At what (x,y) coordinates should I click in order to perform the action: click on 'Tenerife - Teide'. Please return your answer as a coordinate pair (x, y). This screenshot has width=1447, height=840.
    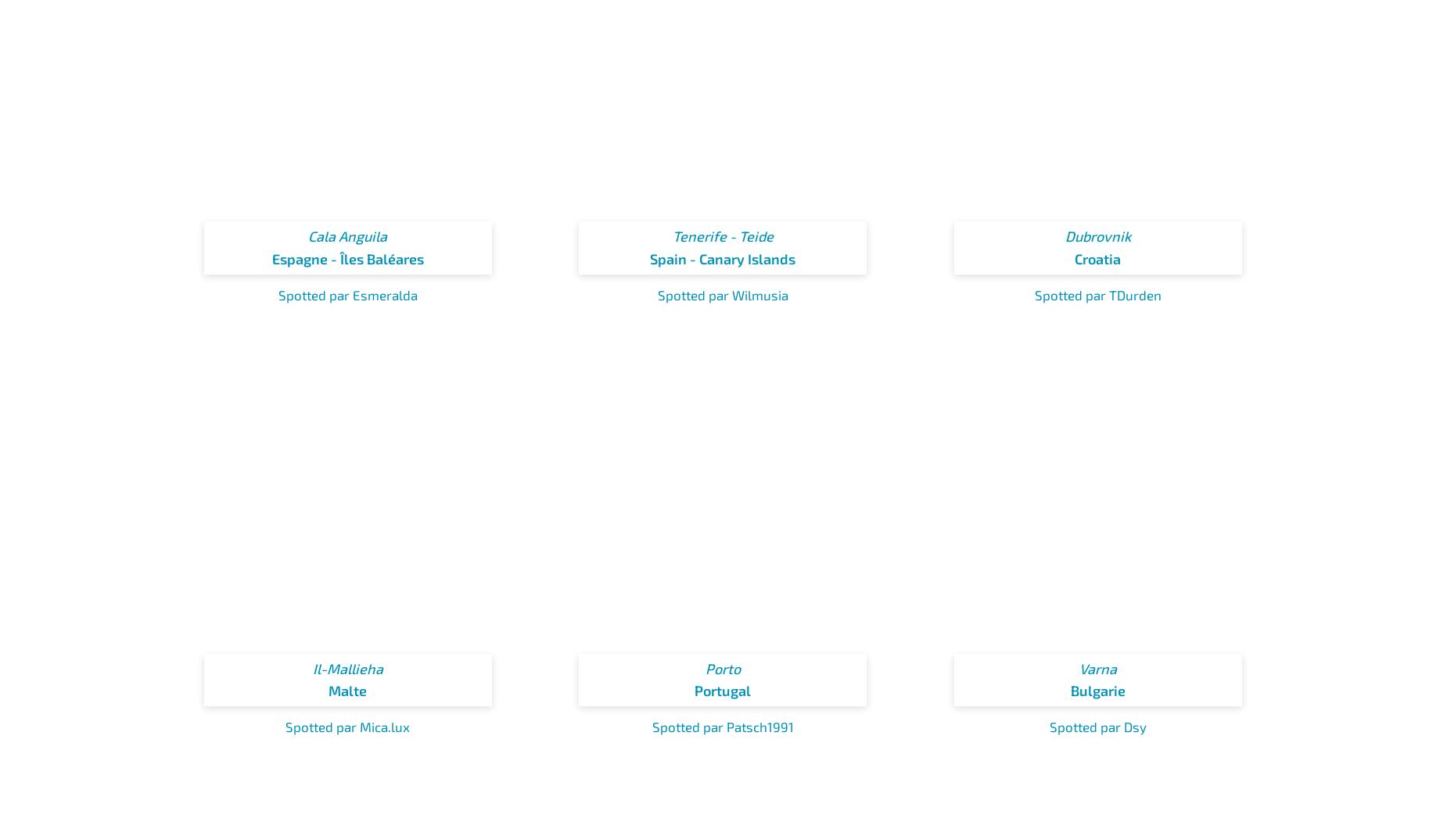
    Looking at the image, I should click on (722, 236).